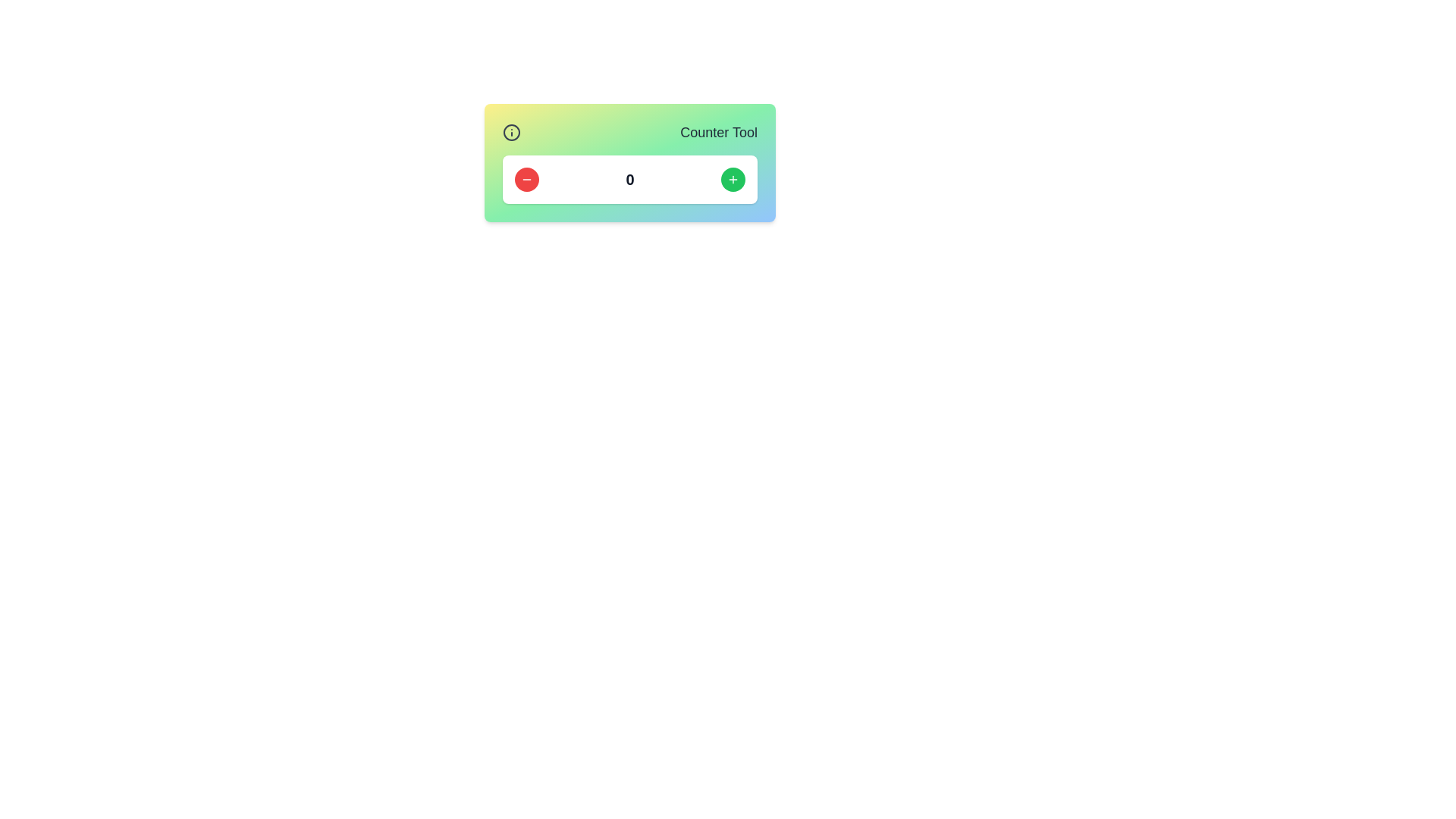 The height and width of the screenshot is (819, 1456). What do you see at coordinates (527, 178) in the screenshot?
I see `the decrement button represented by a minus sign located on the leftmost circular button in the central region to decrement the counter` at bounding box center [527, 178].